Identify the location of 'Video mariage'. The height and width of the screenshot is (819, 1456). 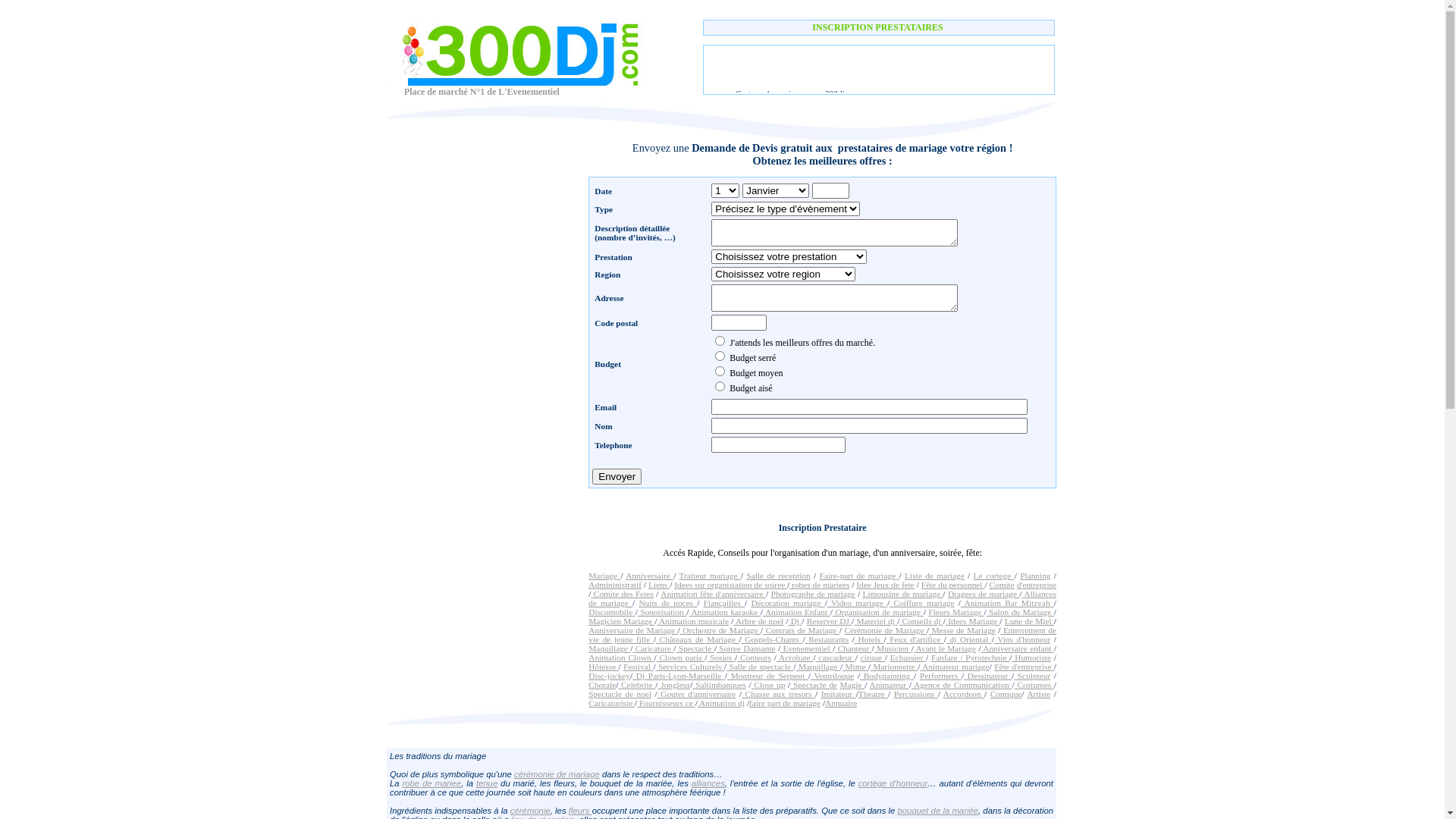
(857, 601).